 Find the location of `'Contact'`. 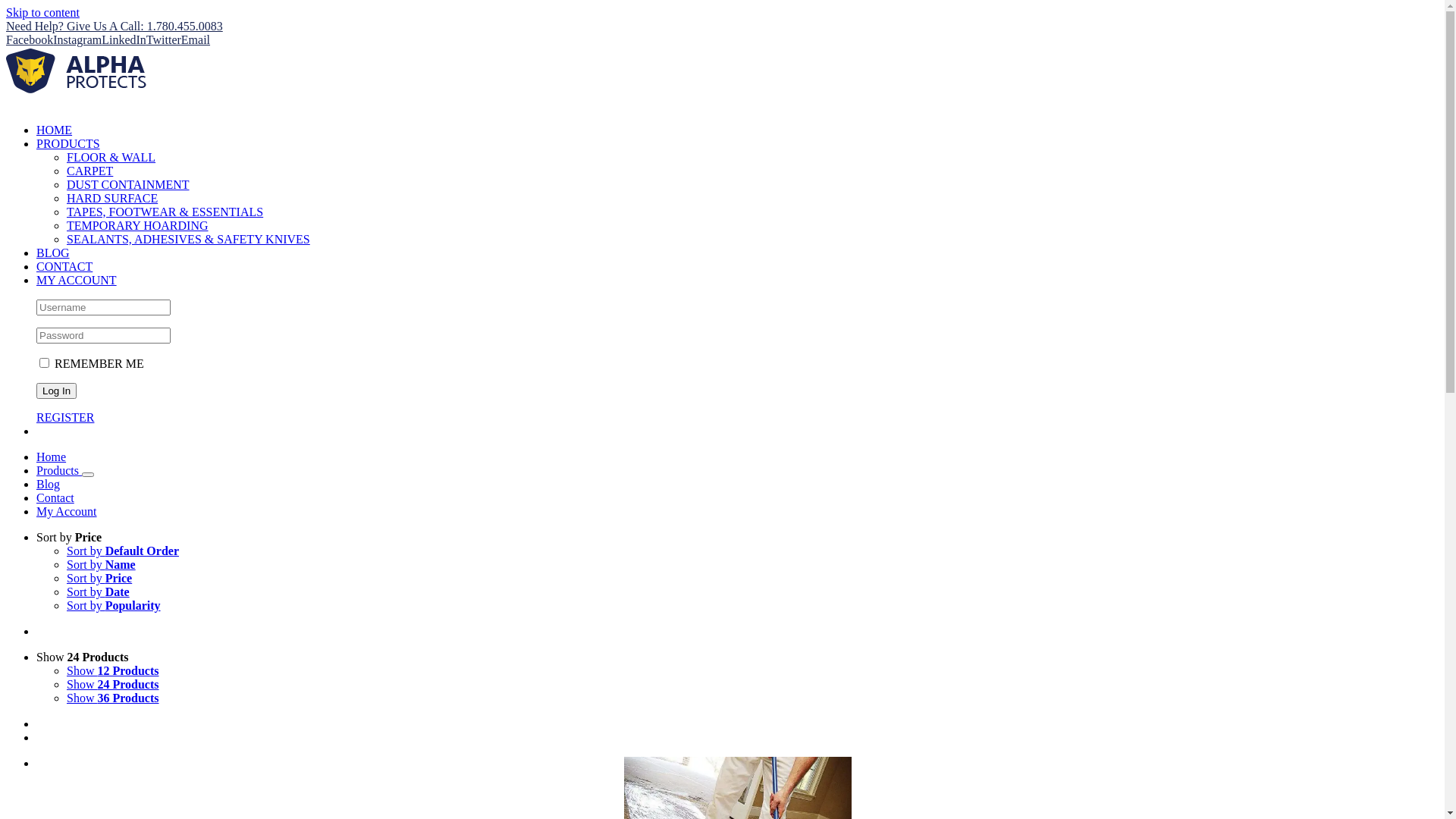

'Contact' is located at coordinates (55, 497).